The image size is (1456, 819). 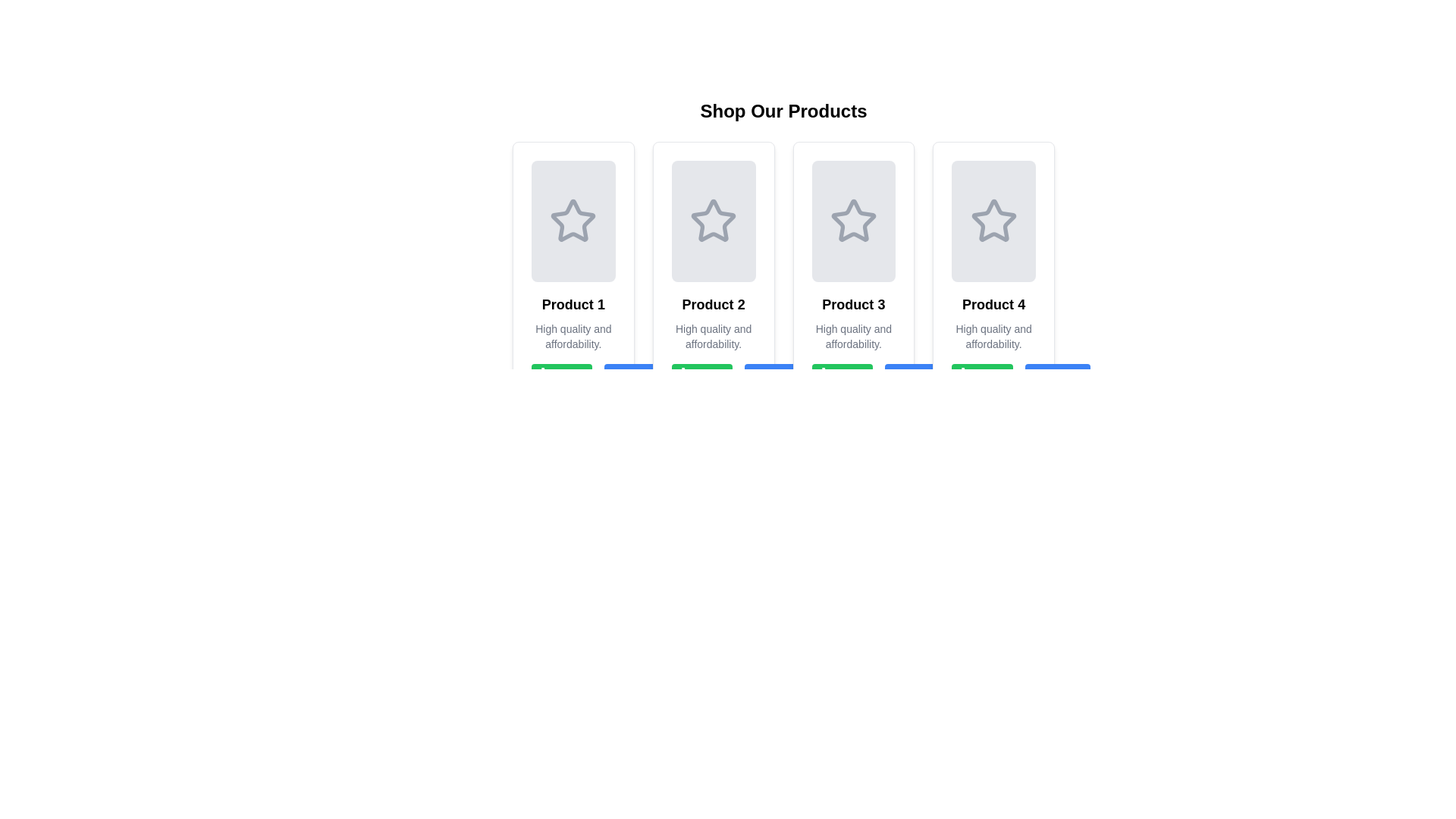 What do you see at coordinates (981, 375) in the screenshot?
I see `the heart icon located within the rounded rectangle button below the 'Product 4' card, positioned to the left of the 'Like' text` at bounding box center [981, 375].